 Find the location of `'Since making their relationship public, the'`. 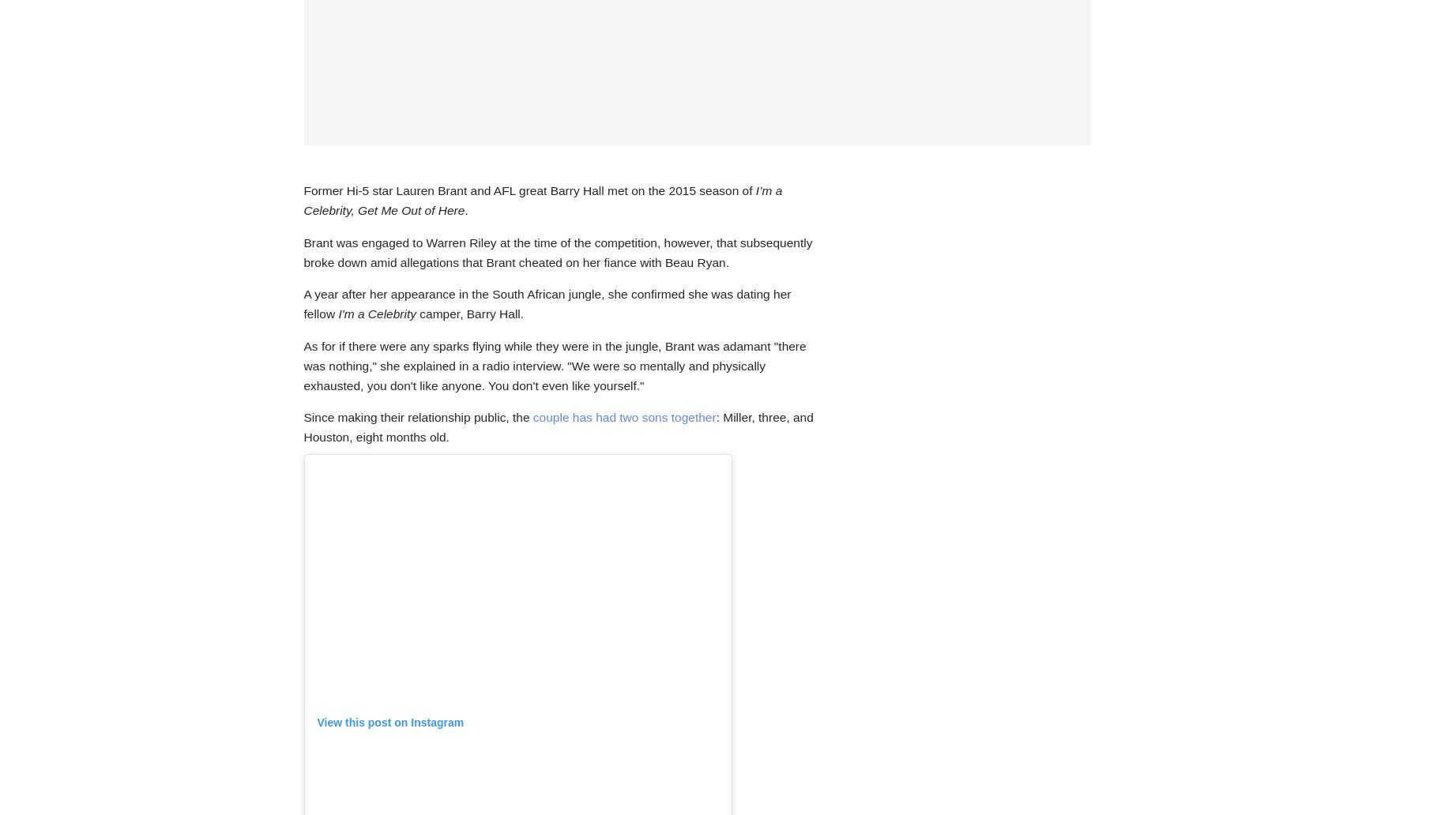

'Since making their relationship public, the' is located at coordinates (303, 417).